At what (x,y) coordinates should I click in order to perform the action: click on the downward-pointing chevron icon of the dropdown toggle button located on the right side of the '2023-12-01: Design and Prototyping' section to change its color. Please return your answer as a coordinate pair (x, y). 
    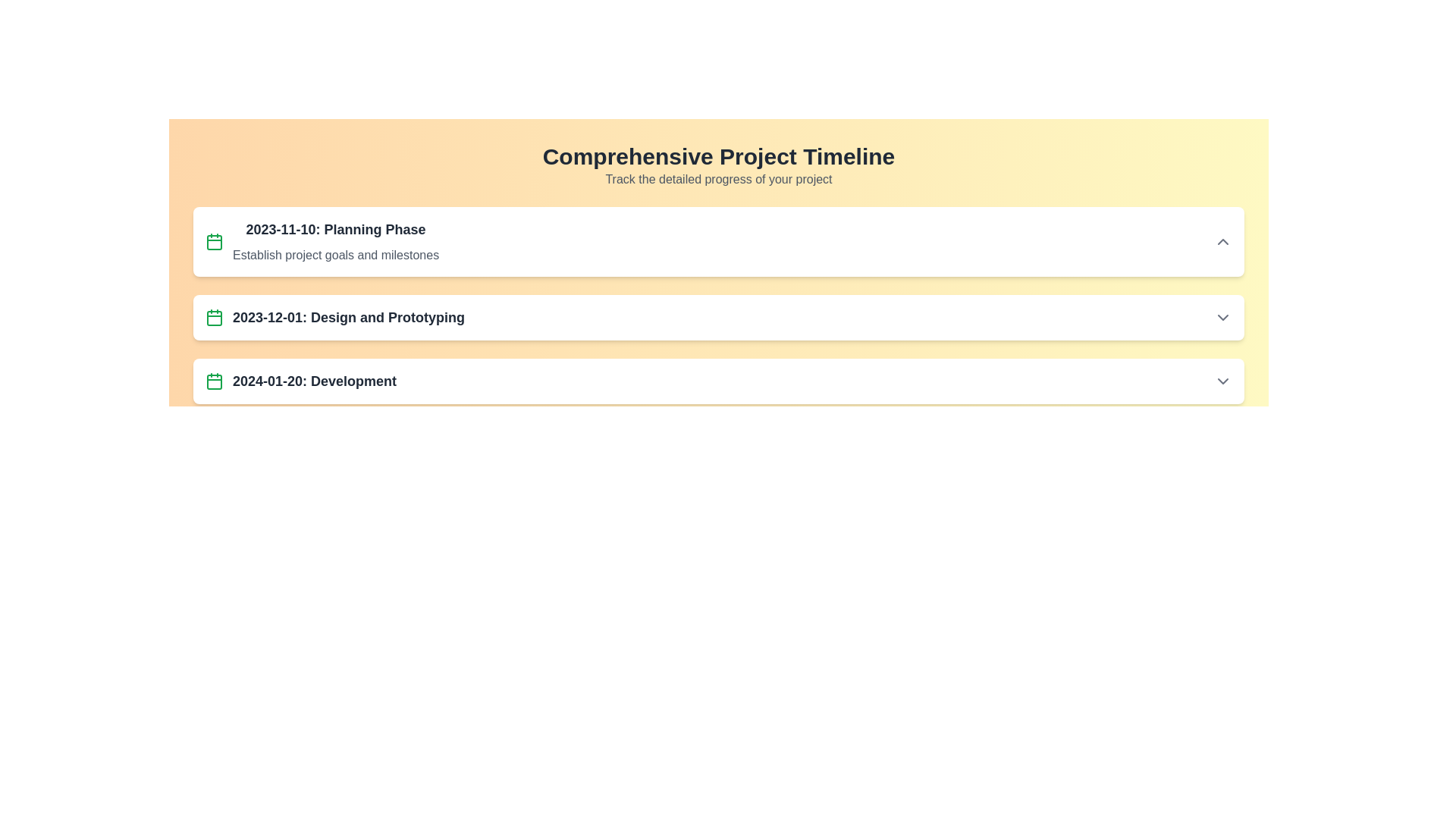
    Looking at the image, I should click on (1222, 317).